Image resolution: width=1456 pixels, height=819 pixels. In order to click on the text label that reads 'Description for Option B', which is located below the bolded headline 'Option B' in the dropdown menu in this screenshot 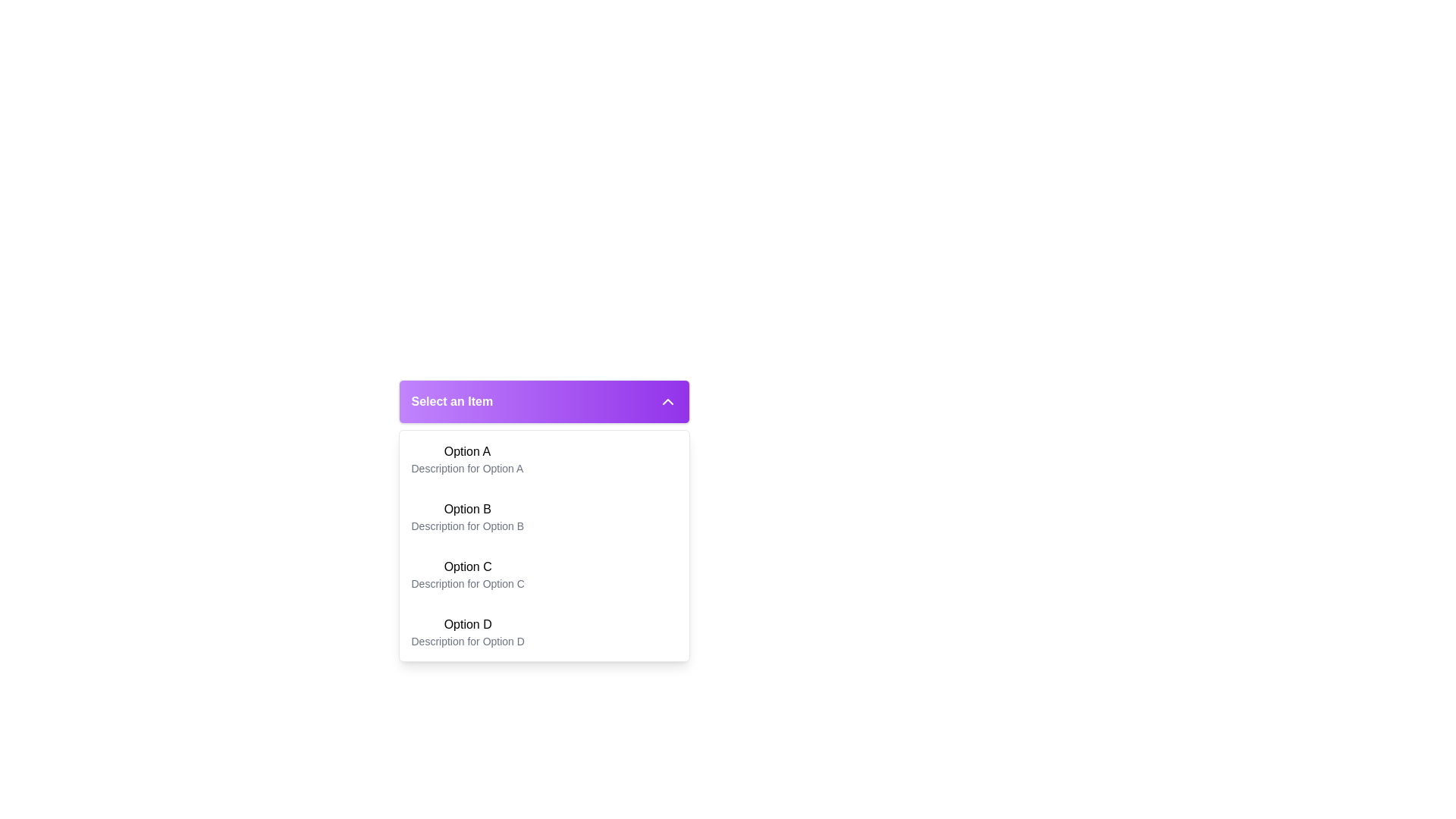, I will do `click(466, 526)`.